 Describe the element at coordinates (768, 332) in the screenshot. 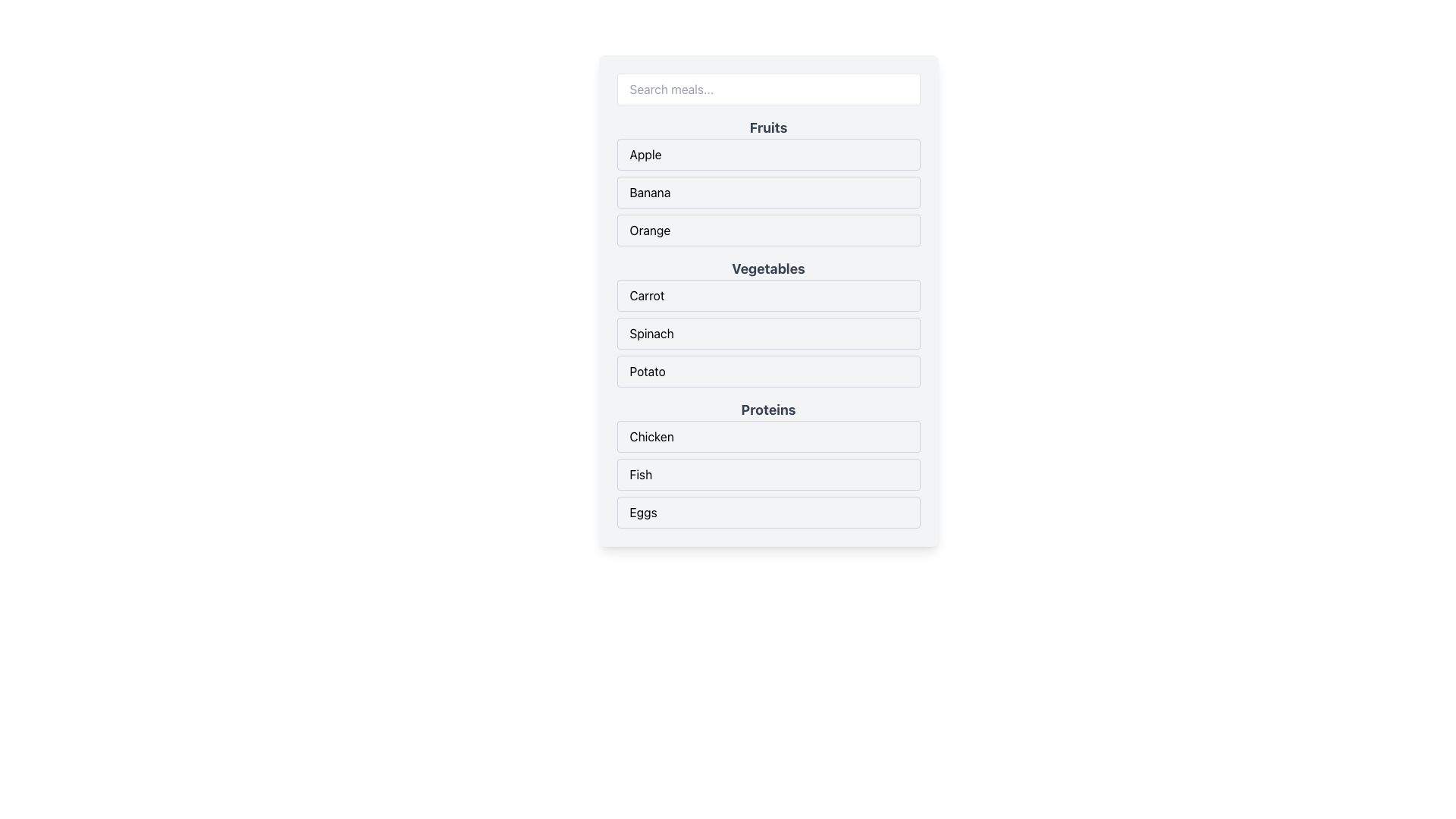

I see `the selectable list item representing 'Spinach' located in the middle column of the 'Vegetables' category, situated between 'Carrot' and 'Potato'` at that location.